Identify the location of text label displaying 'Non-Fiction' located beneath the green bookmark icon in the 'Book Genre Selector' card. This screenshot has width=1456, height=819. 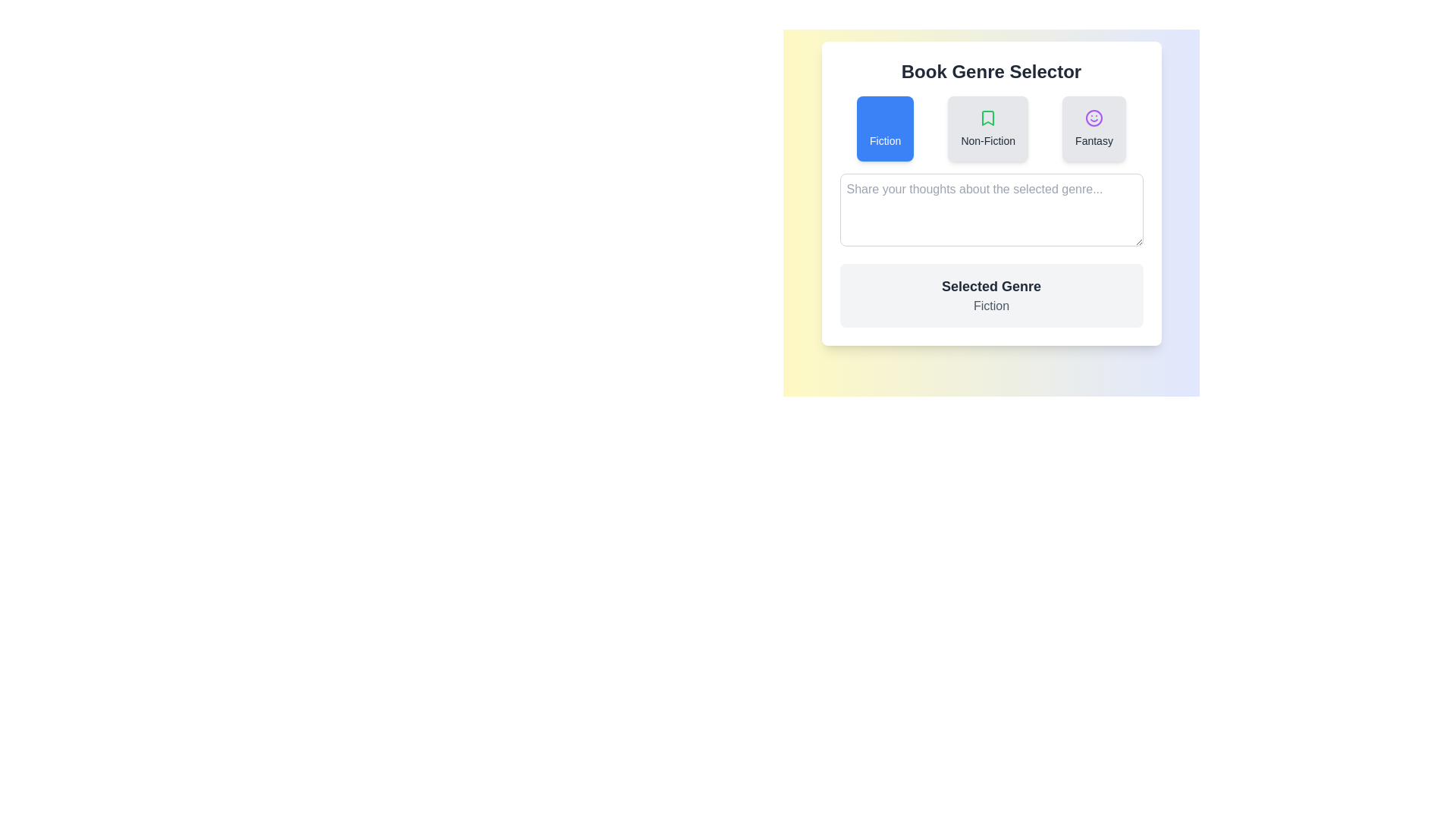
(988, 140).